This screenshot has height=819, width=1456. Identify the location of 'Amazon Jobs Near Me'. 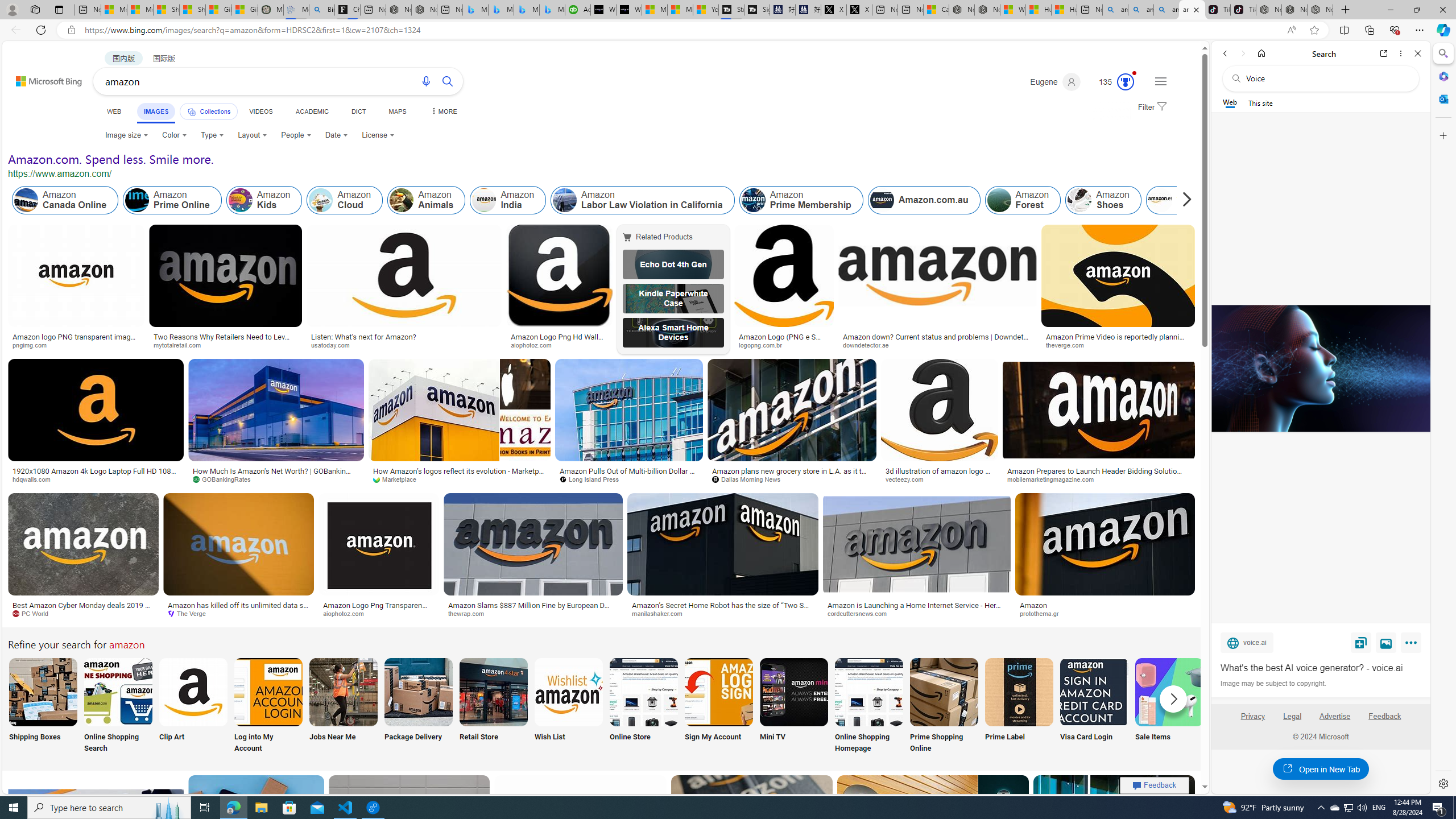
(342, 691).